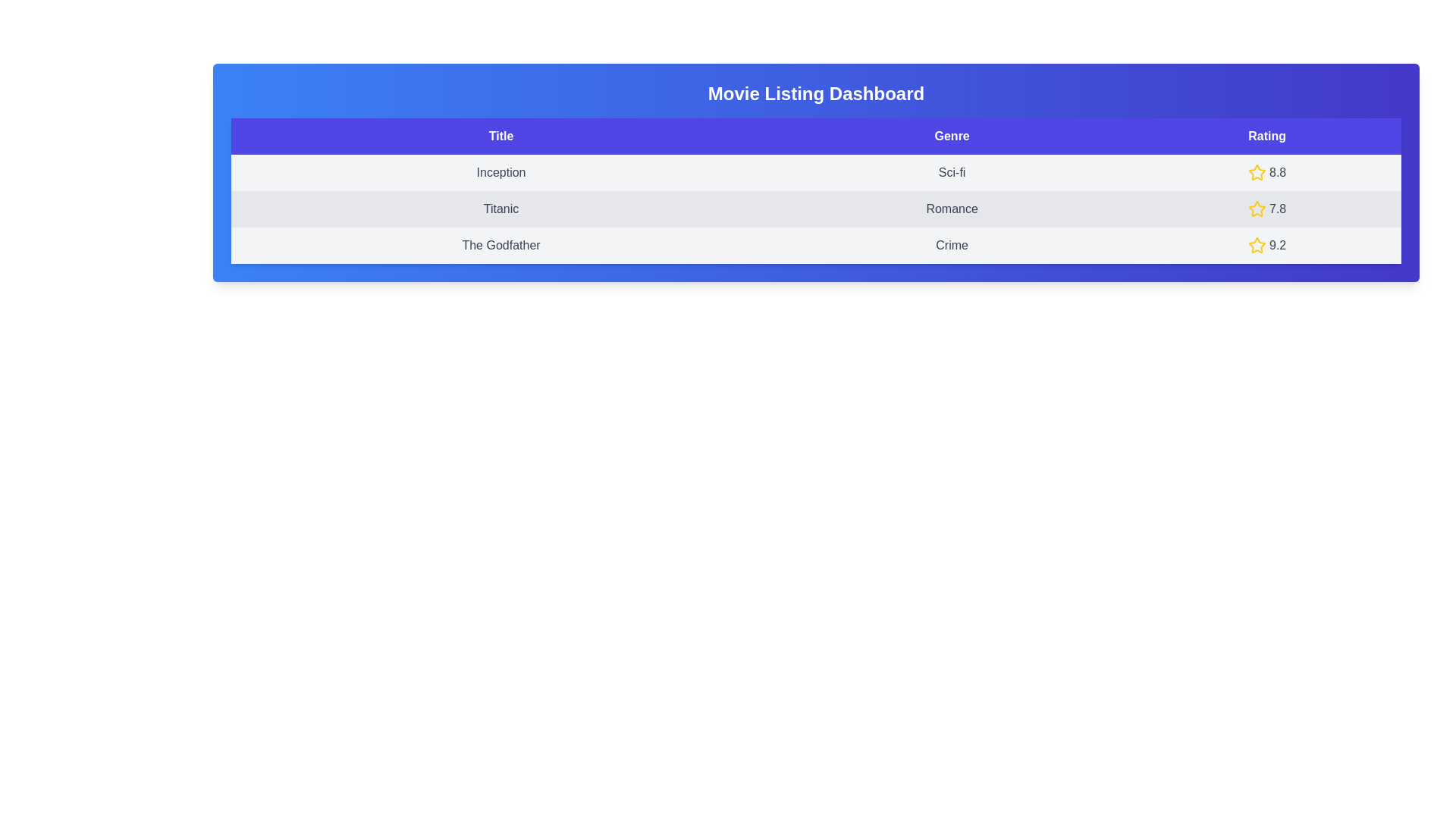 The image size is (1456, 819). I want to click on text of the genre classification label displaying 'Romance' located in the second row of the table under the 'Genre' column, so click(951, 209).